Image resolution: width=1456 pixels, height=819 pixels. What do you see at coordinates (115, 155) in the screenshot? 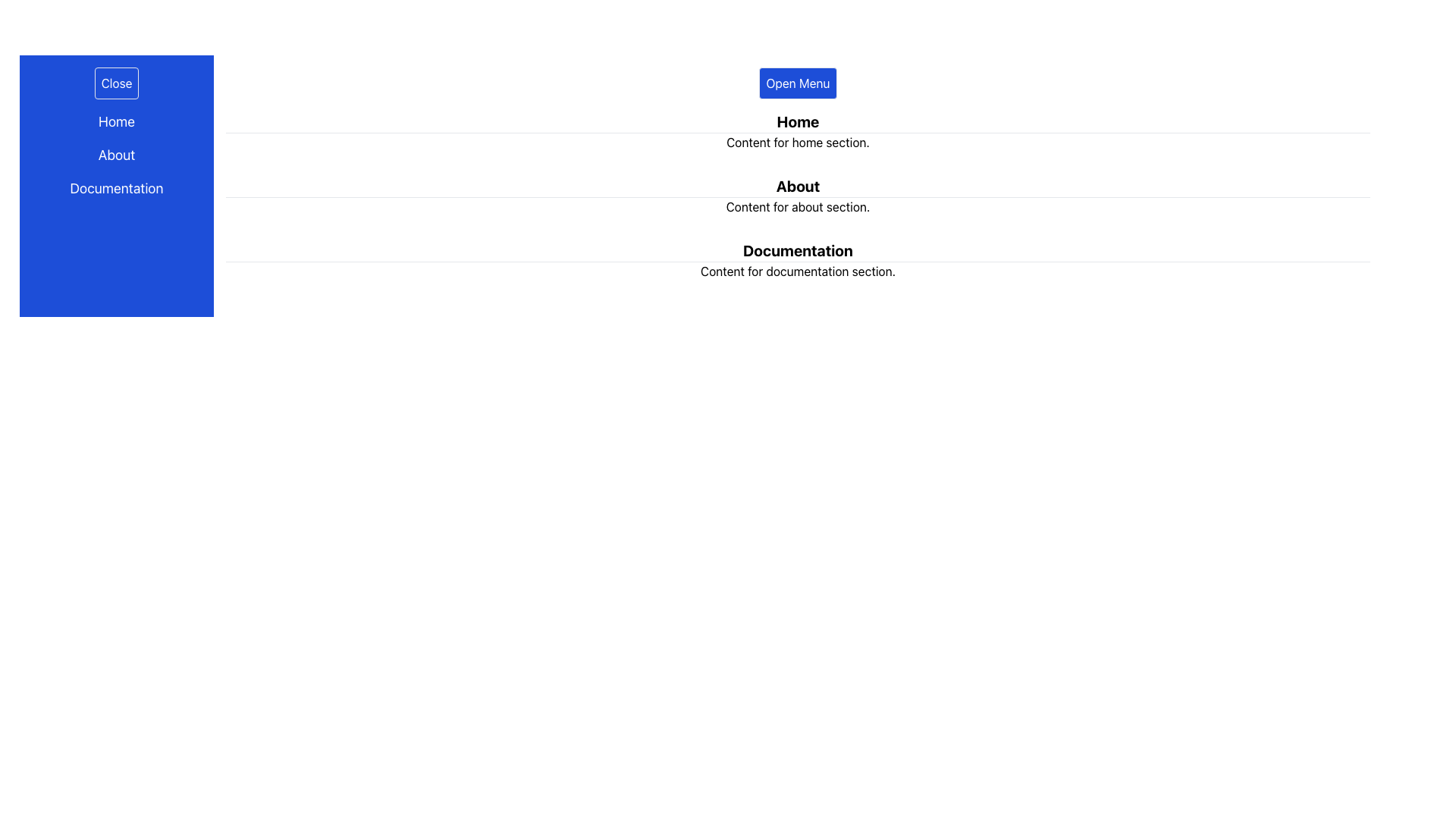
I see `the 'About' navigation link, which is a prominent white text on a blue background, located in the left sidebar above the 'Documentation' link` at bounding box center [115, 155].